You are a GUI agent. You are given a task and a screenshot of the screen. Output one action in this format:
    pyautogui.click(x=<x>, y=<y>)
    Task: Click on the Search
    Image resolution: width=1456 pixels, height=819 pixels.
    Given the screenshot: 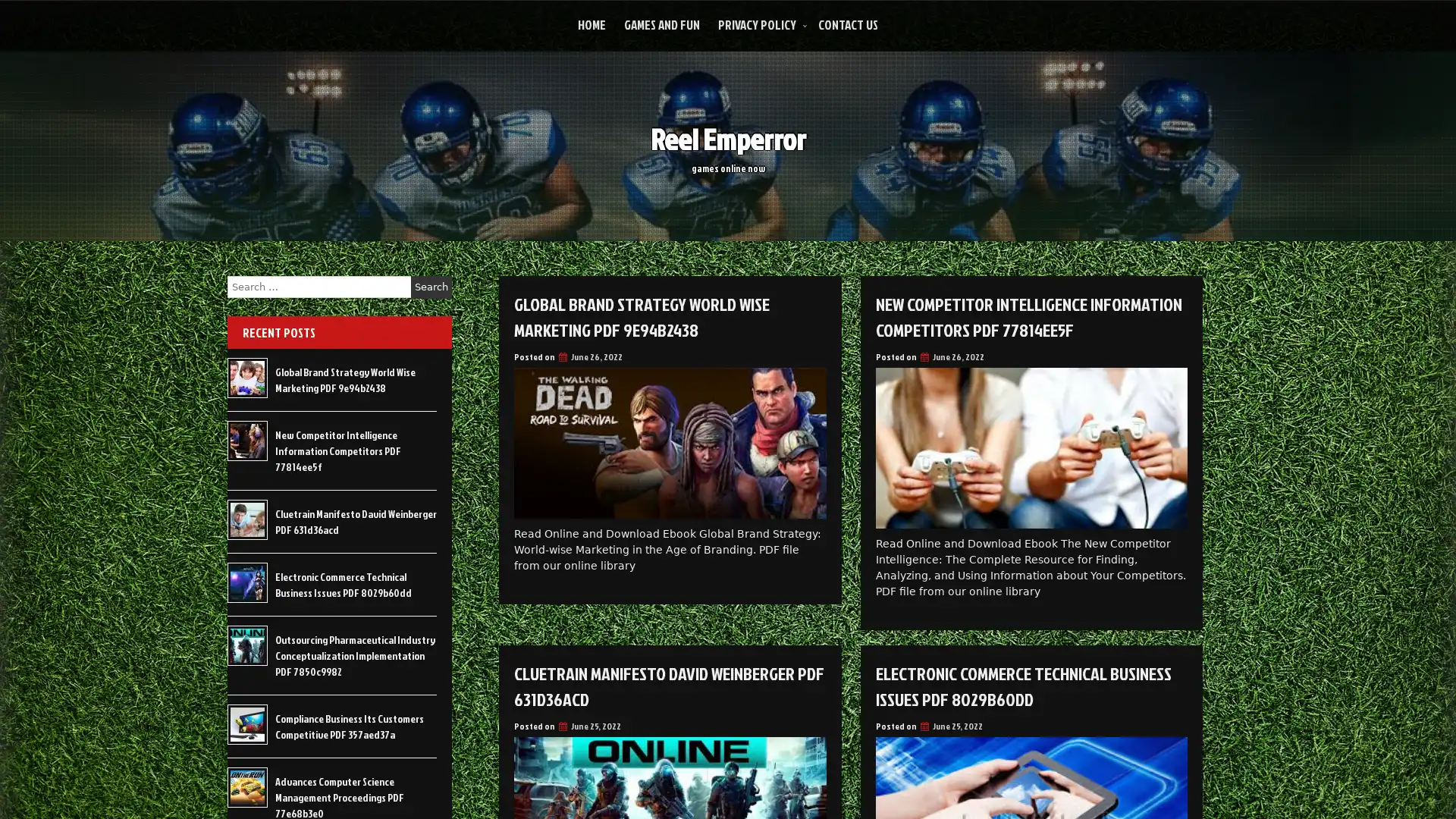 What is the action you would take?
    pyautogui.click(x=431, y=287)
    